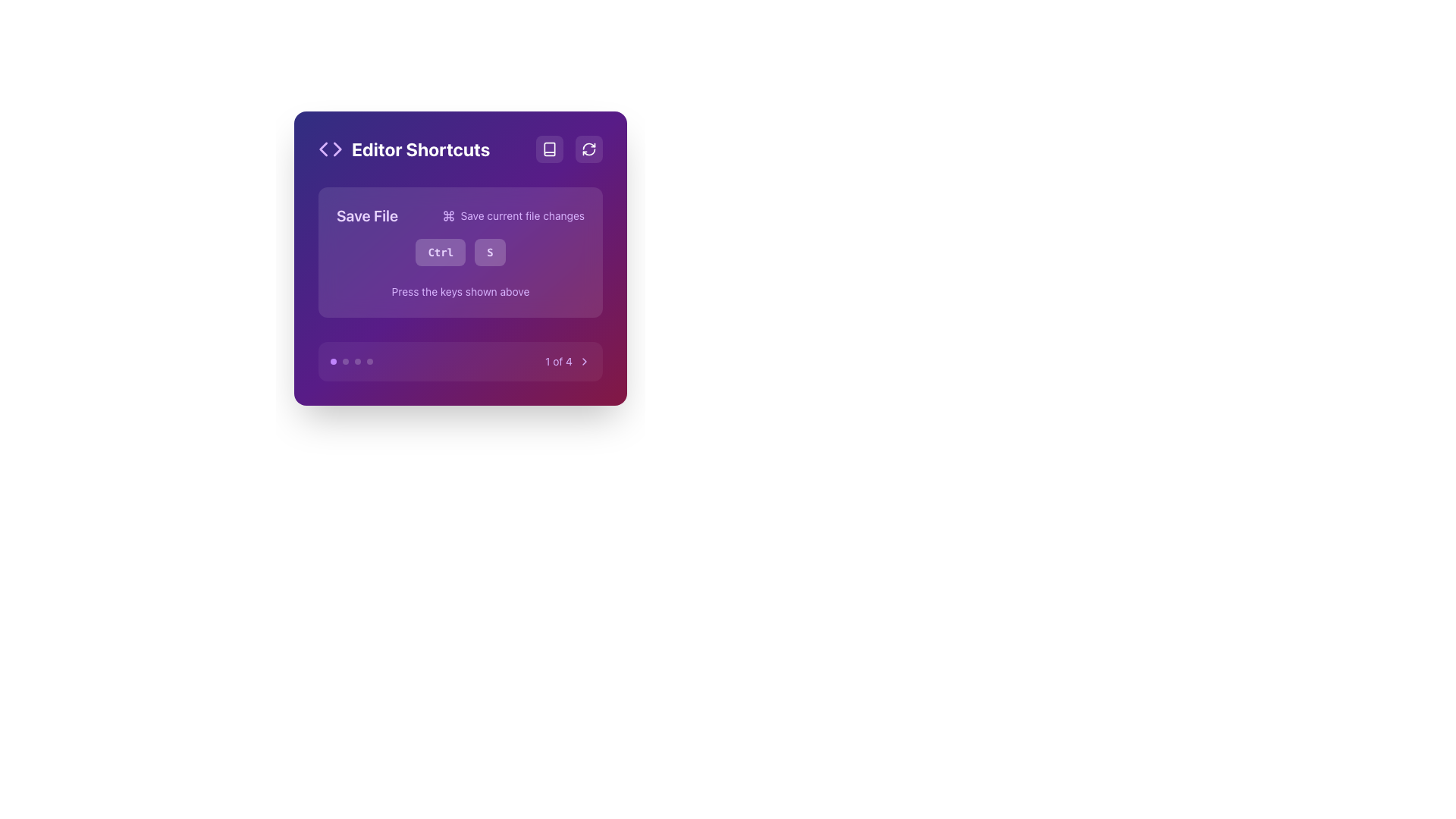 The height and width of the screenshot is (819, 1456). What do you see at coordinates (522, 216) in the screenshot?
I see `the text label displaying 'Save current file changes' in a purple color scheme, located in the 'Editor Shortcuts' interface` at bounding box center [522, 216].